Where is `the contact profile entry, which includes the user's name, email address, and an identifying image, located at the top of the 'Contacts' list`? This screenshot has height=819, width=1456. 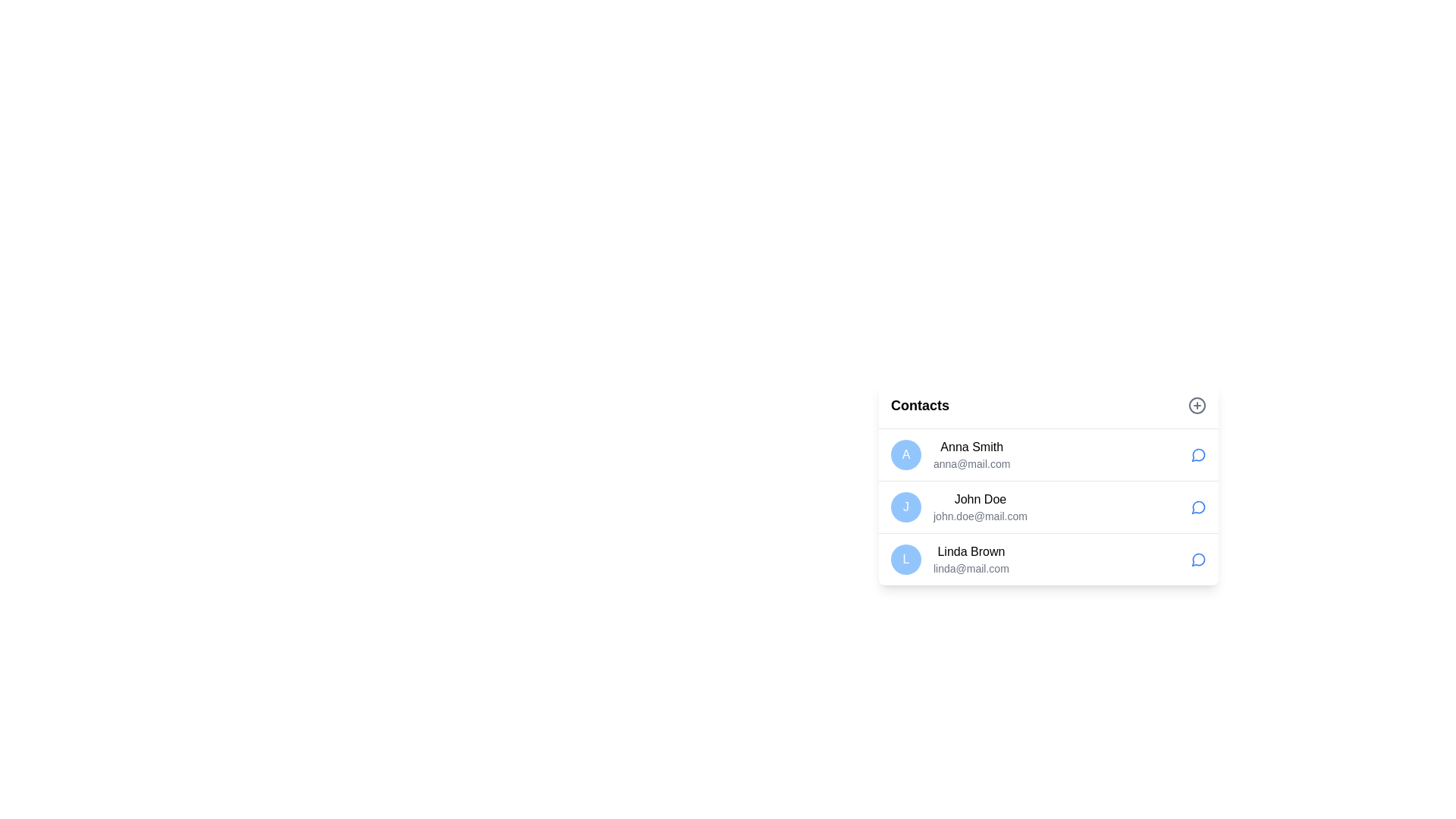 the contact profile entry, which includes the user's name, email address, and an identifying image, located at the top of the 'Contacts' list is located at coordinates (949, 454).